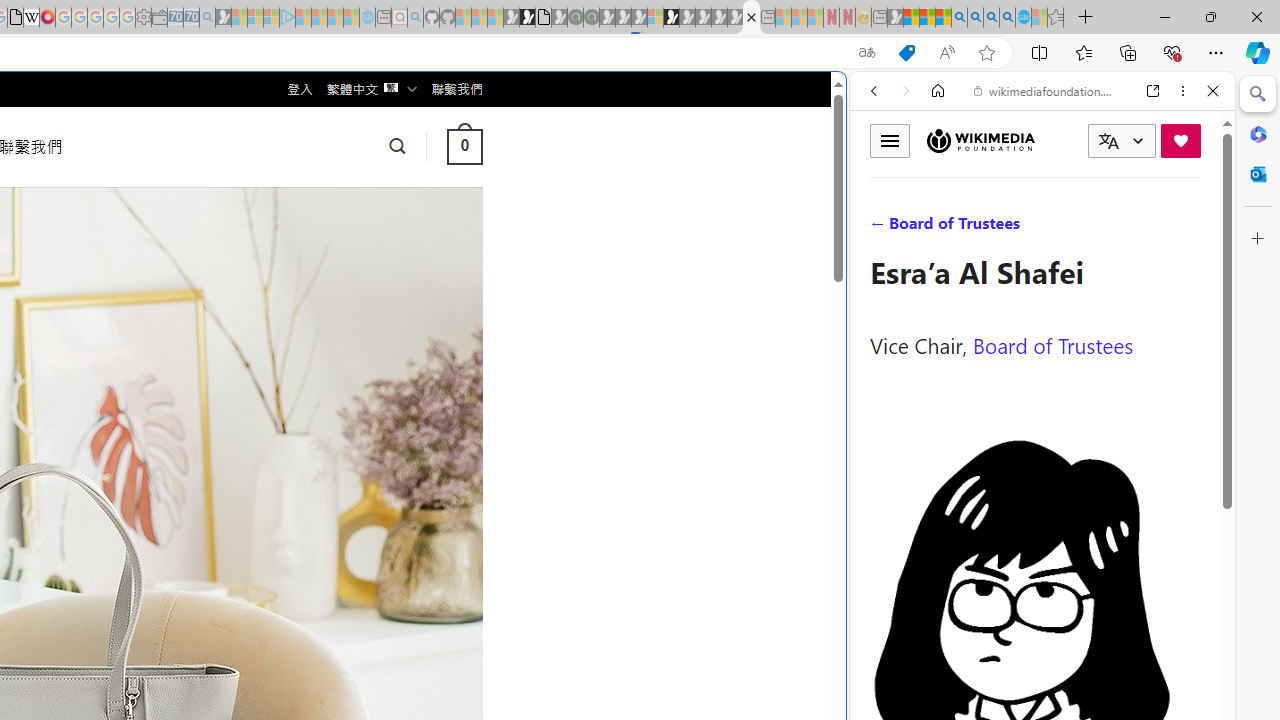  What do you see at coordinates (1023, 17) in the screenshot?
I see `'Services - Maintenance | Sky Blue Bikes - Sky Blue Bikes'` at bounding box center [1023, 17].